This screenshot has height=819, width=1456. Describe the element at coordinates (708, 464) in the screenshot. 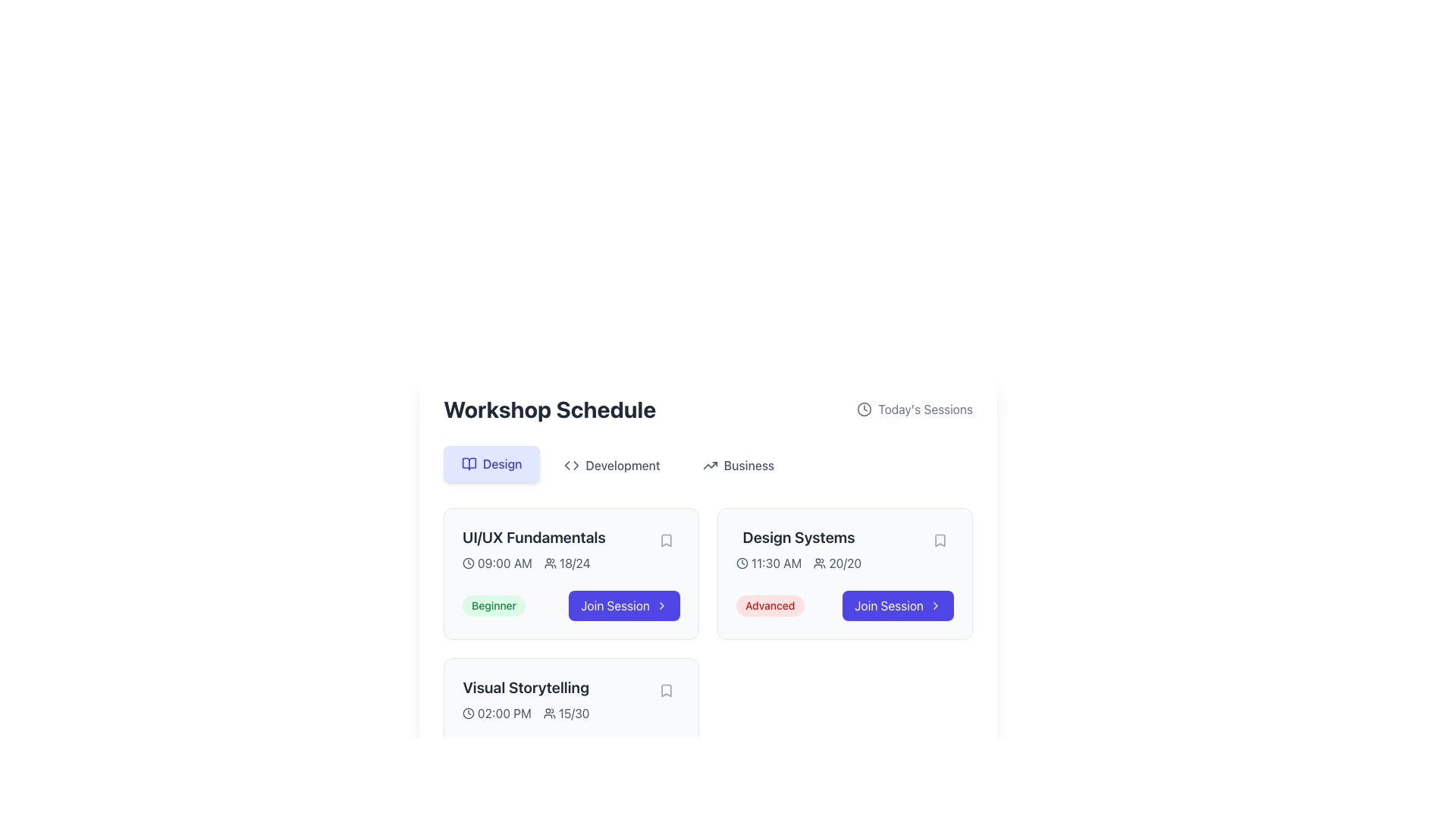

I see `the 'Business' tab in the Navigation Tabs` at that location.